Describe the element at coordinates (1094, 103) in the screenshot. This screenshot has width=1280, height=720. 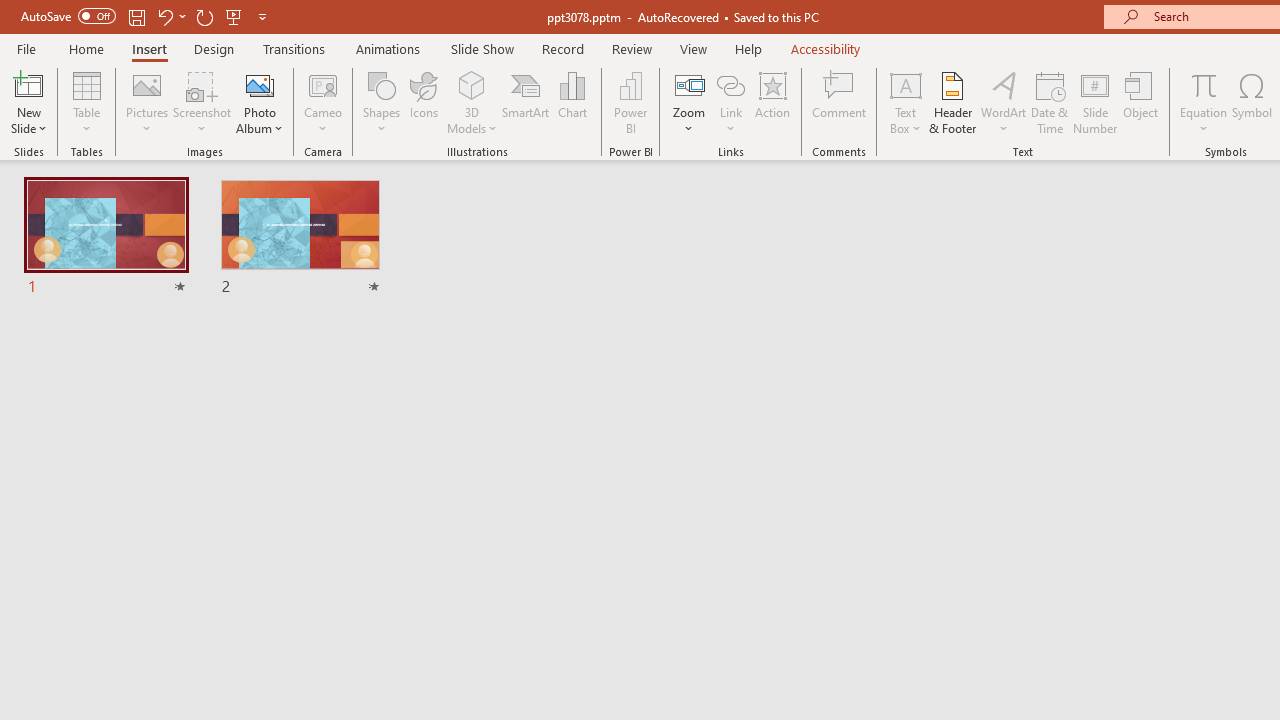
I see `'Slide Number'` at that location.